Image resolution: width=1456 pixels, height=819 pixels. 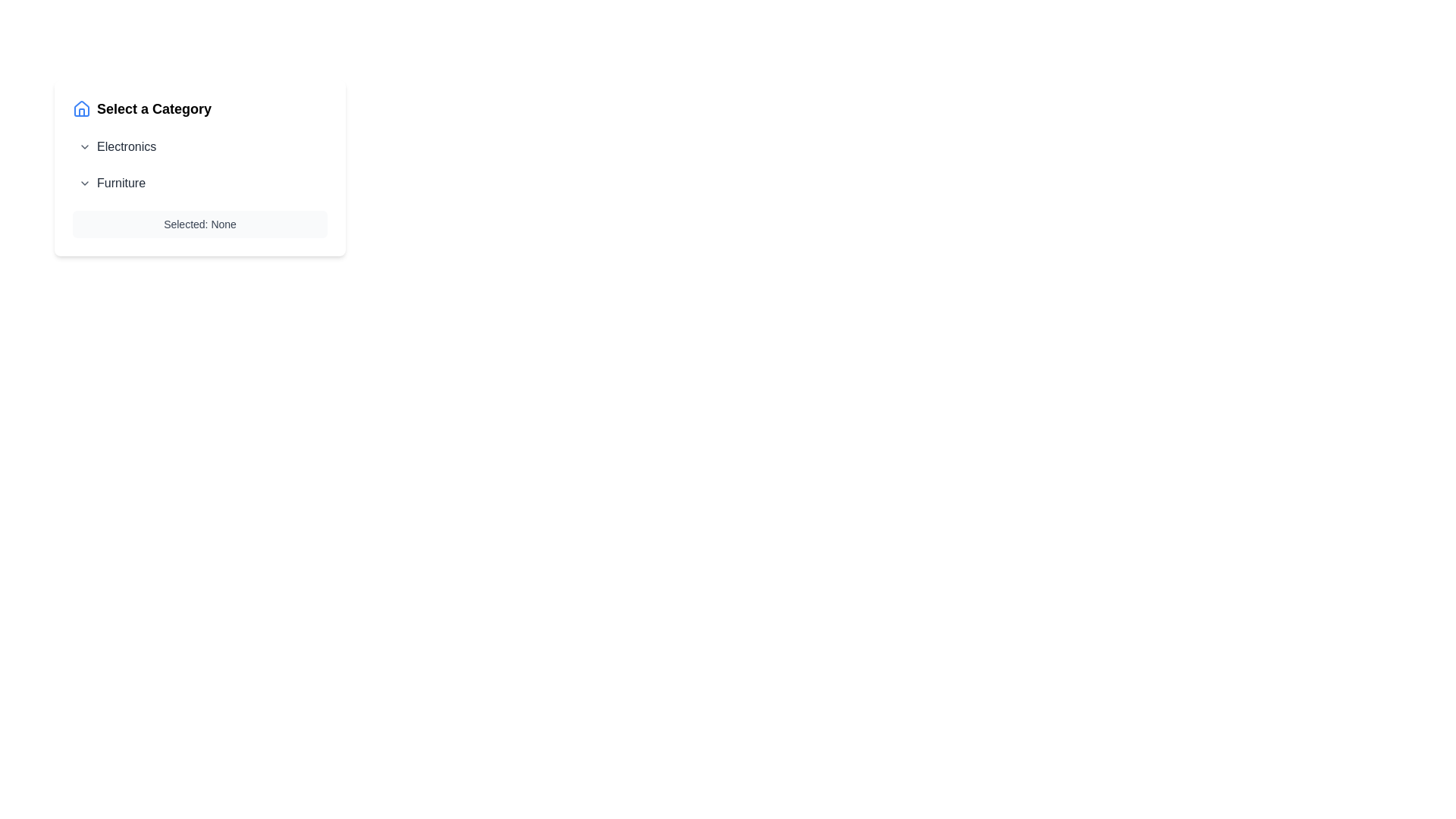 I want to click on the 'Furniture' category label within the expandable menu, located to the right of the downward-facing arrow icon, so click(x=120, y=183).